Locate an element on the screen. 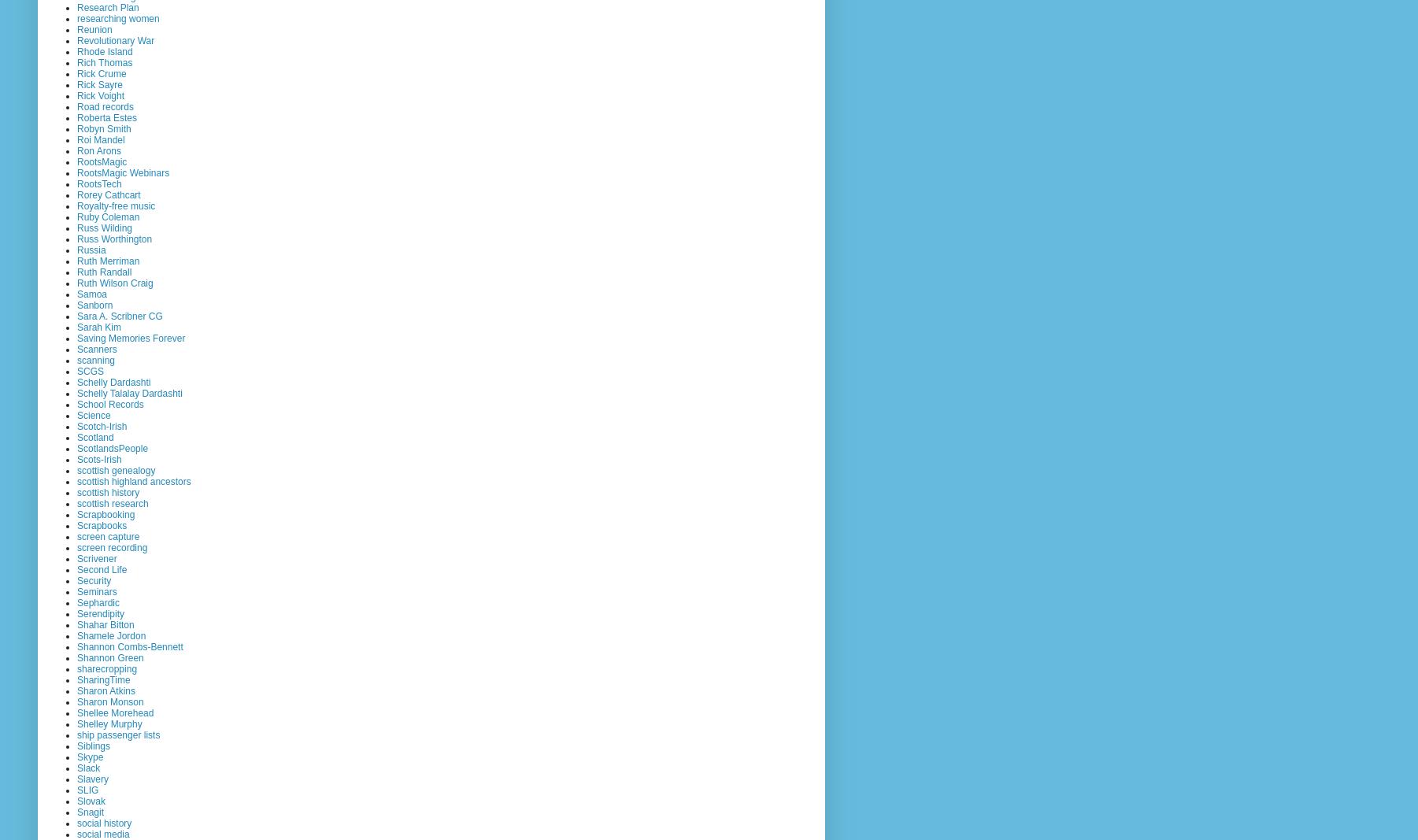 Image resolution: width=1418 pixels, height=840 pixels. 'sharecropping' is located at coordinates (106, 668).